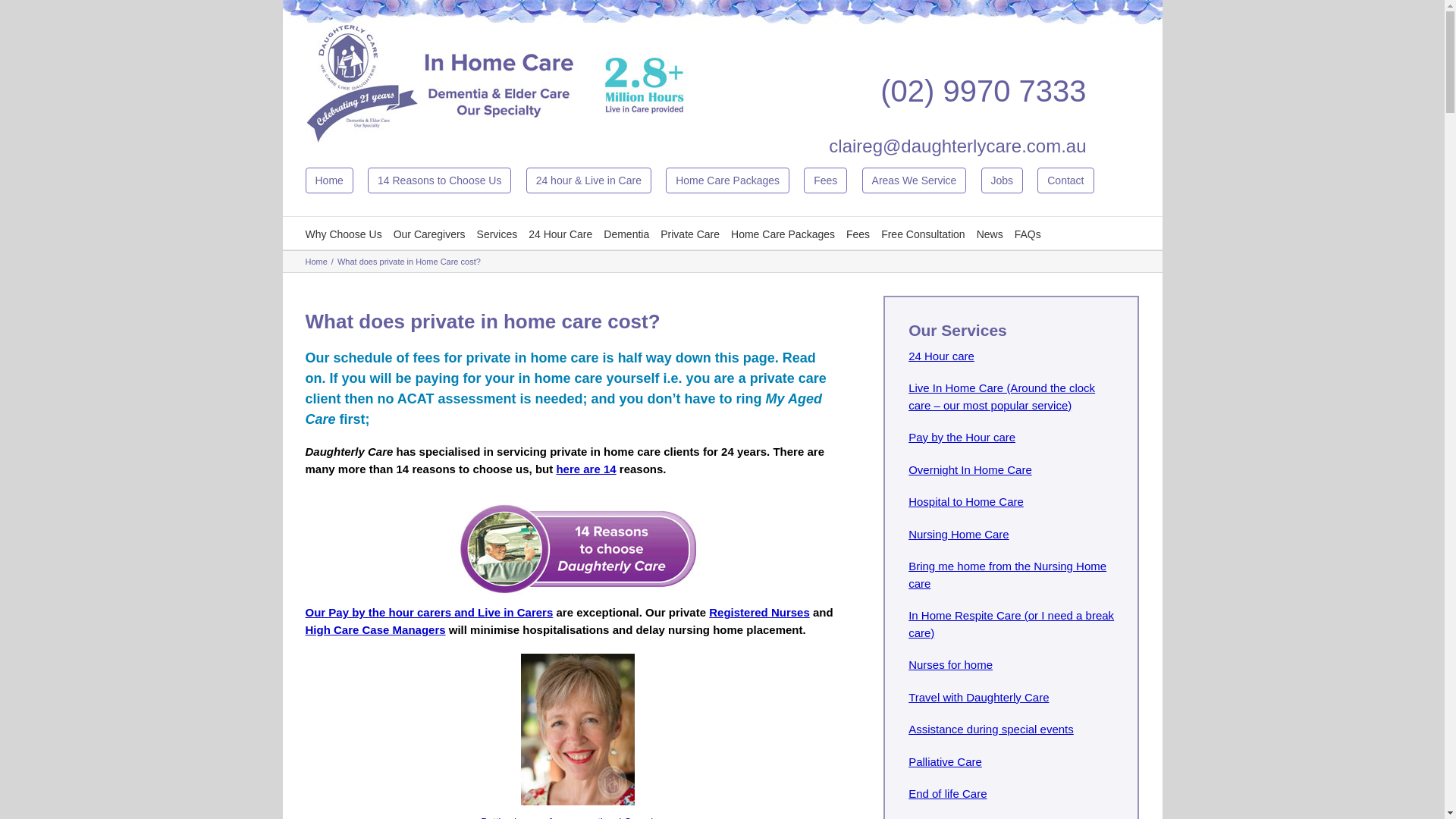  I want to click on '14 Reasons to Choose Us', so click(444, 178).